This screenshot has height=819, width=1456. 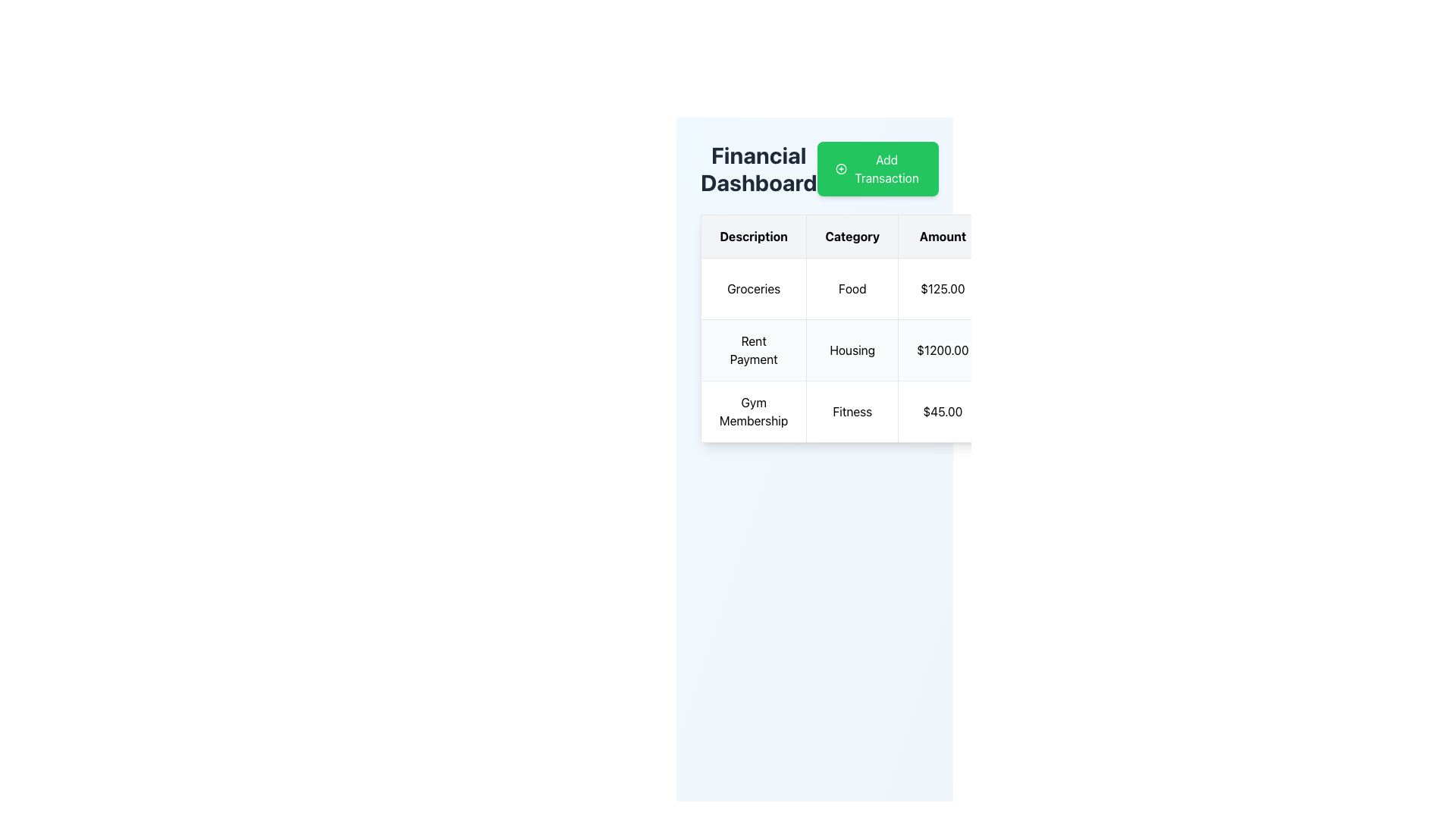 What do you see at coordinates (754, 289) in the screenshot?
I see `the text label displaying 'Groceries', which is the first cell in the first row of a table under the 'Description' column` at bounding box center [754, 289].